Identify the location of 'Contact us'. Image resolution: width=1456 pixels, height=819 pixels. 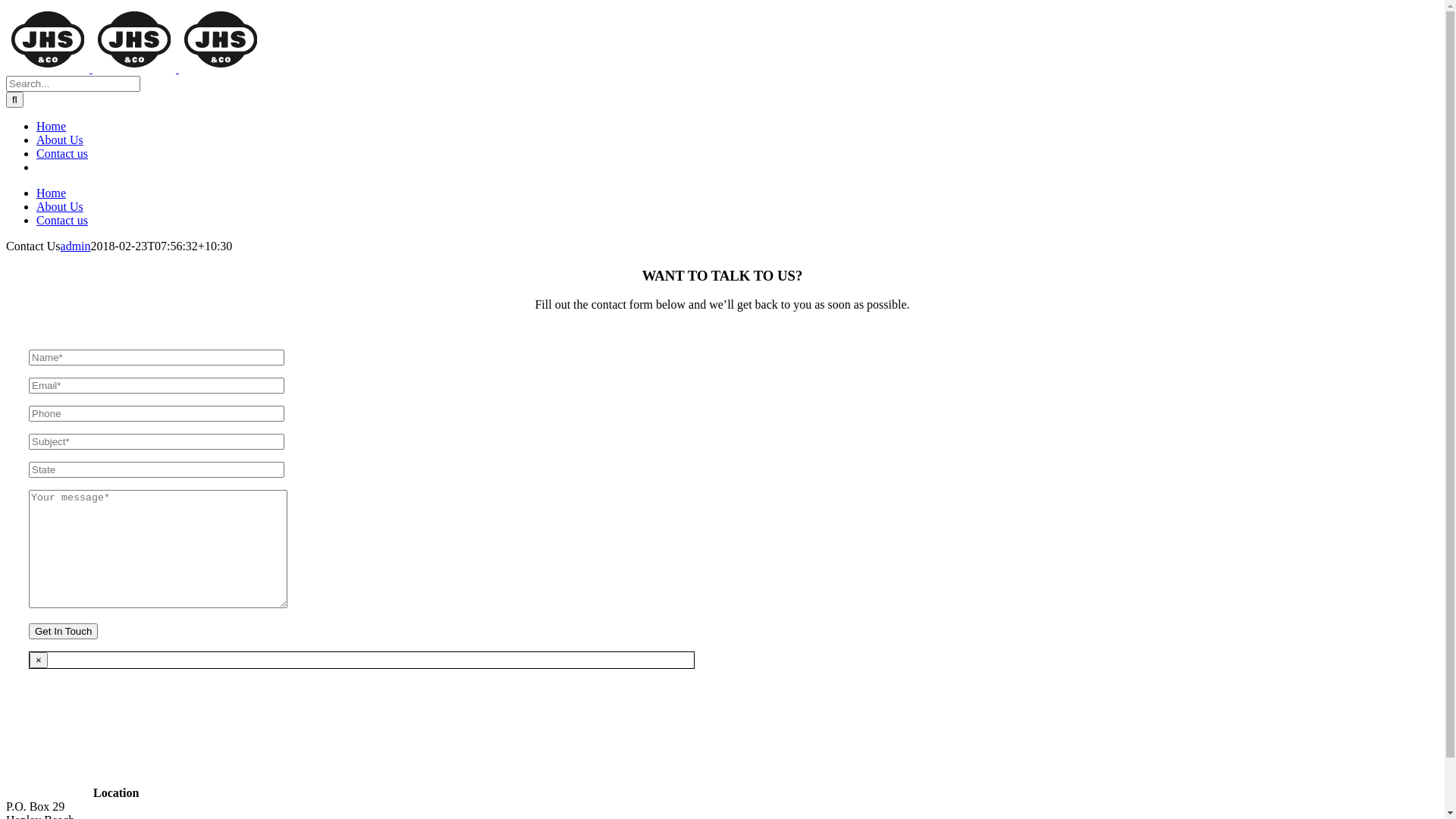
(61, 153).